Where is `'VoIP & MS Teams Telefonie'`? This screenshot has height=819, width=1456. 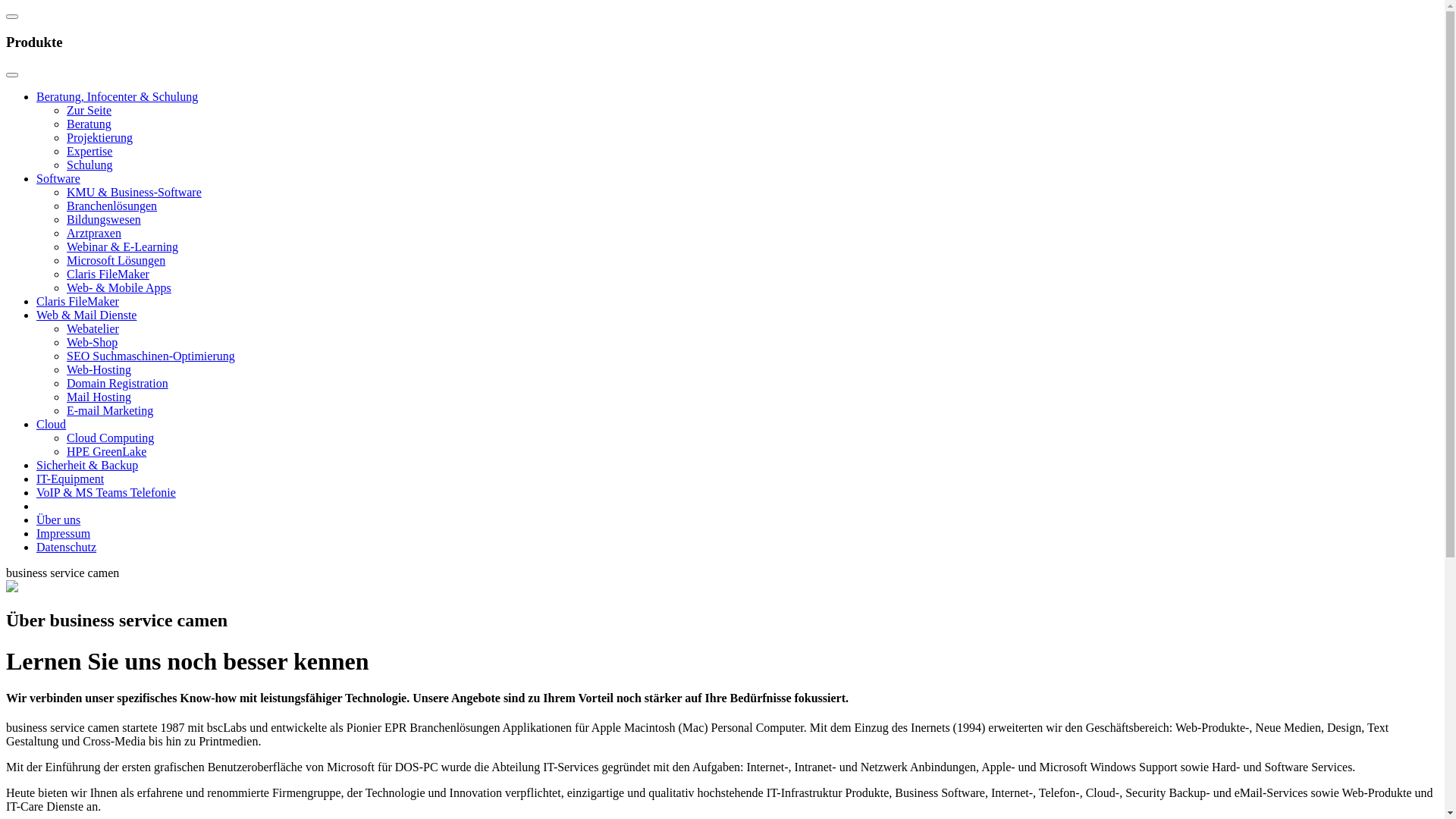
'VoIP & MS Teams Telefonie' is located at coordinates (105, 492).